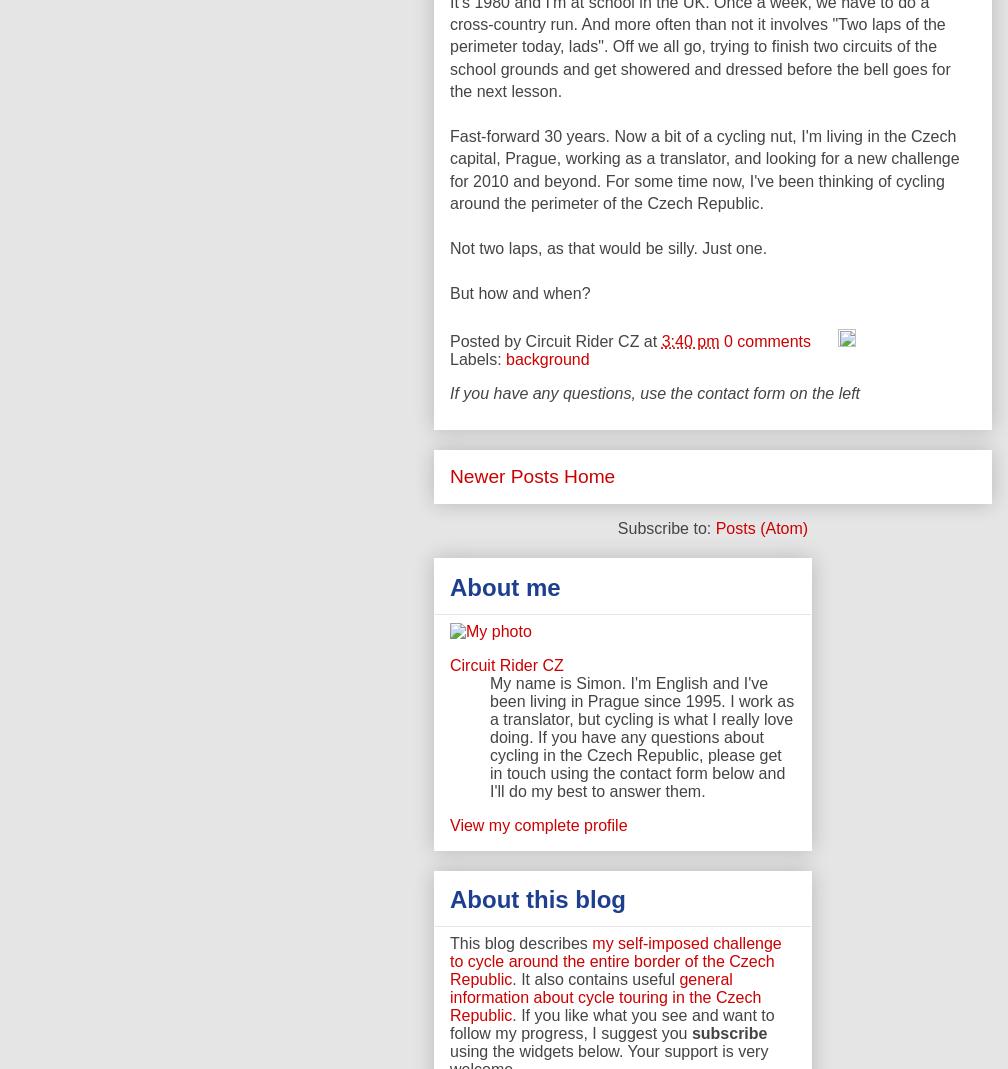  I want to click on 'About this blog', so click(537, 897).